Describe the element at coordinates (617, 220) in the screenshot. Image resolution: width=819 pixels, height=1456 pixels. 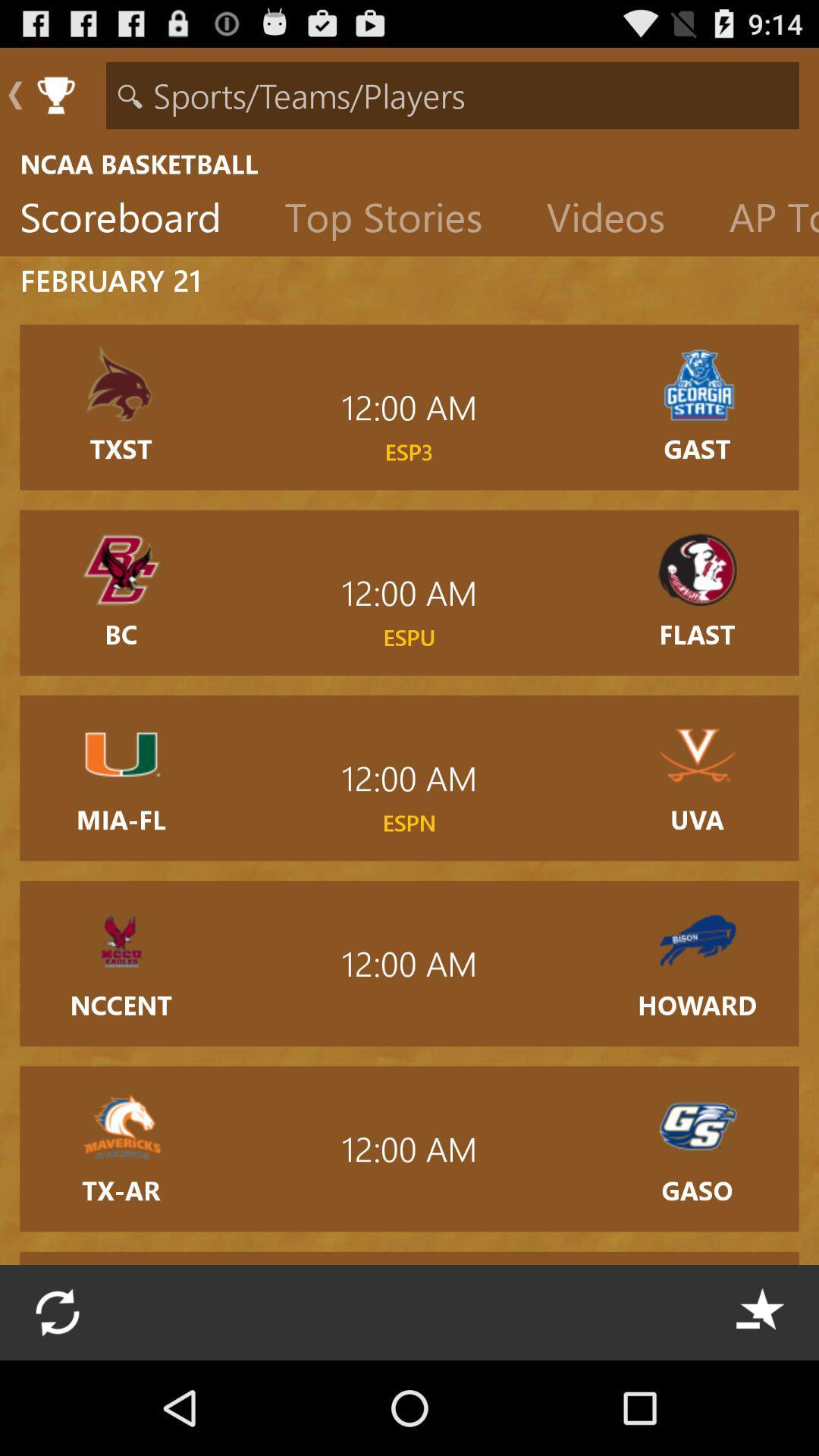
I see `videos item` at that location.